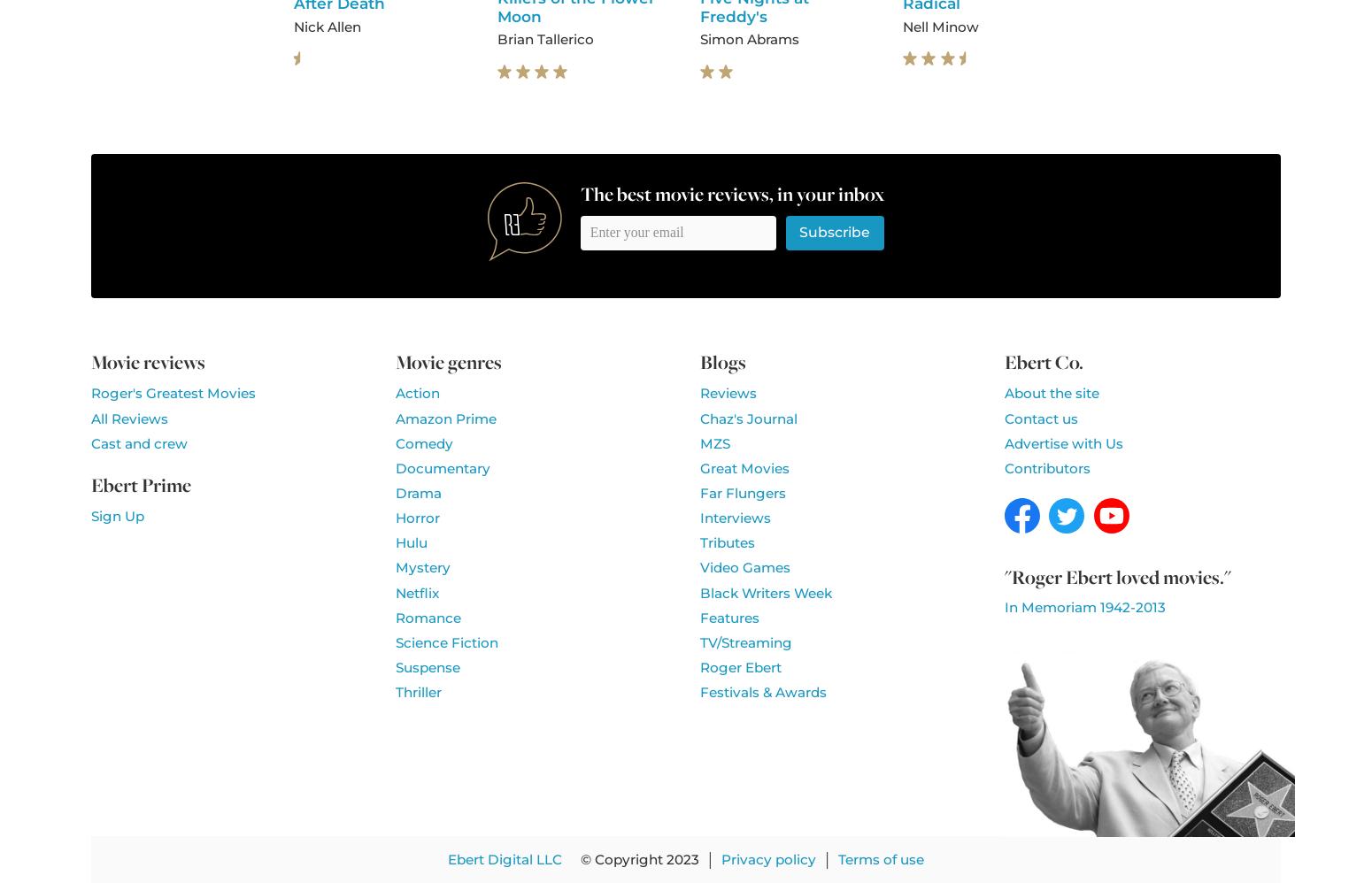  I want to click on 'Contact us', so click(1002, 417).